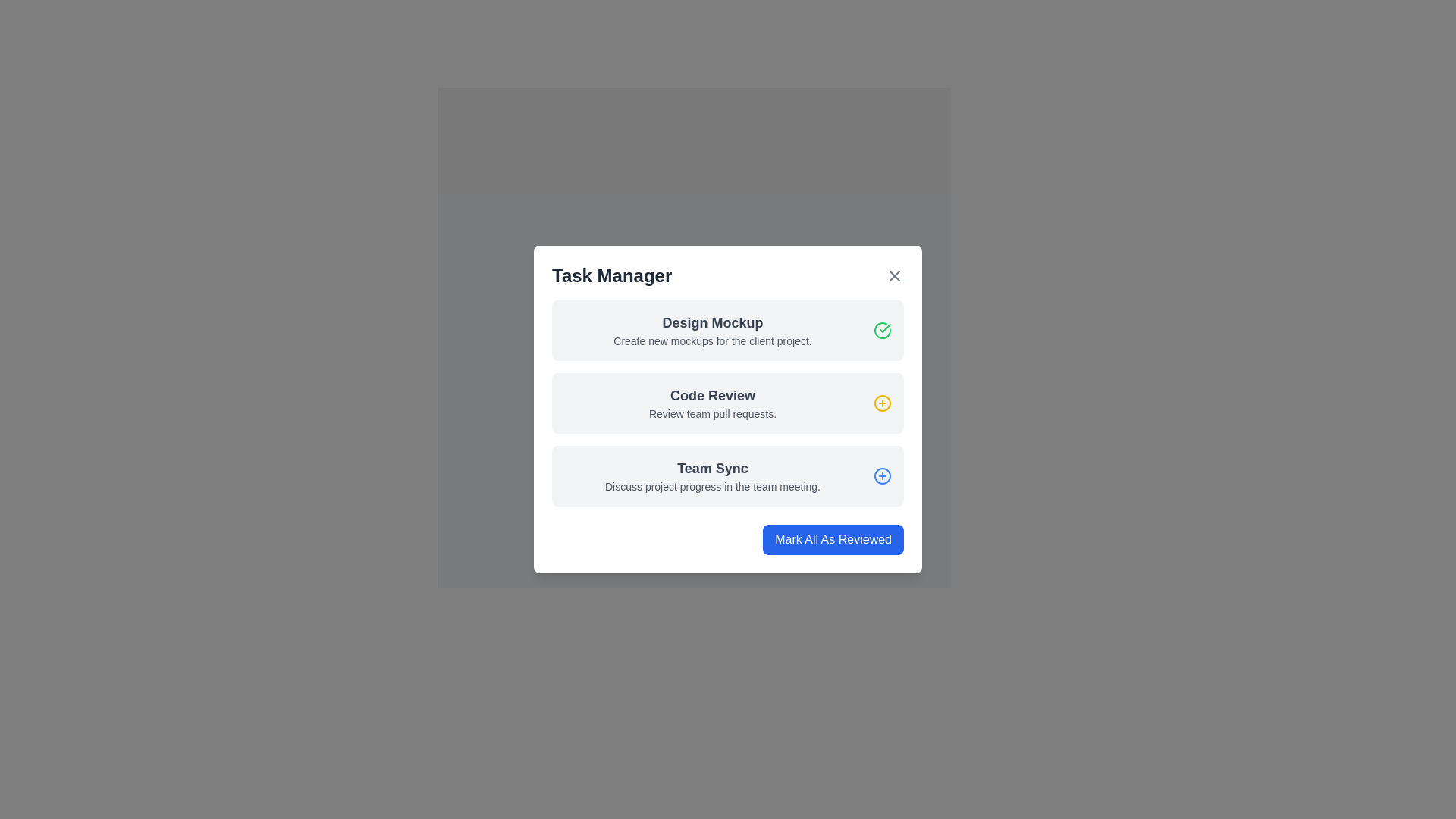 Image resolution: width=1456 pixels, height=819 pixels. What do you see at coordinates (882, 403) in the screenshot?
I see `the action button icon to add or expand an item associated with the 'Team Sync' task, which is located to the right of the 'Team Sync' label` at bounding box center [882, 403].